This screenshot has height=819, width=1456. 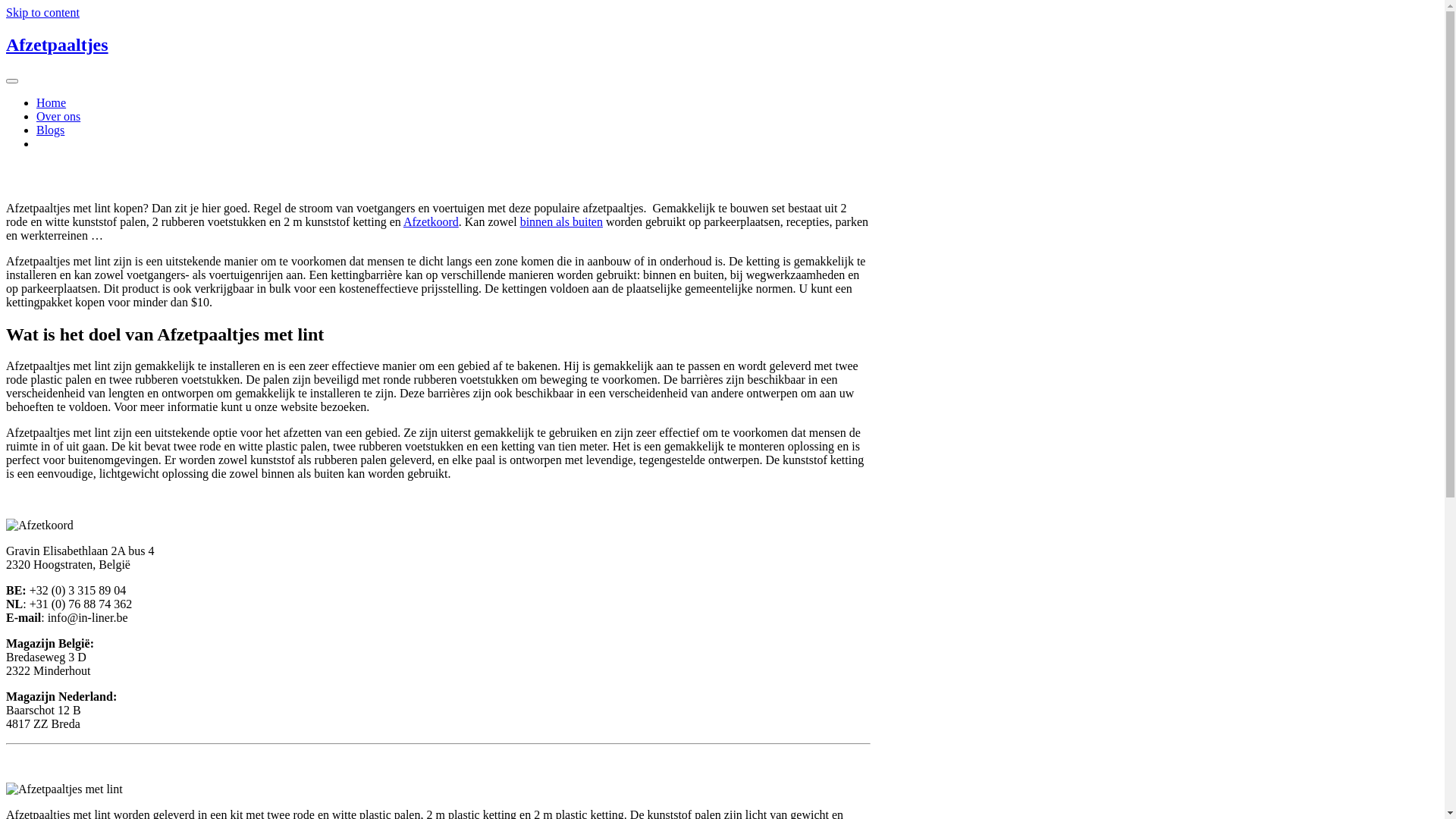 What do you see at coordinates (57, 43) in the screenshot?
I see `'Afzetpaaltjes'` at bounding box center [57, 43].